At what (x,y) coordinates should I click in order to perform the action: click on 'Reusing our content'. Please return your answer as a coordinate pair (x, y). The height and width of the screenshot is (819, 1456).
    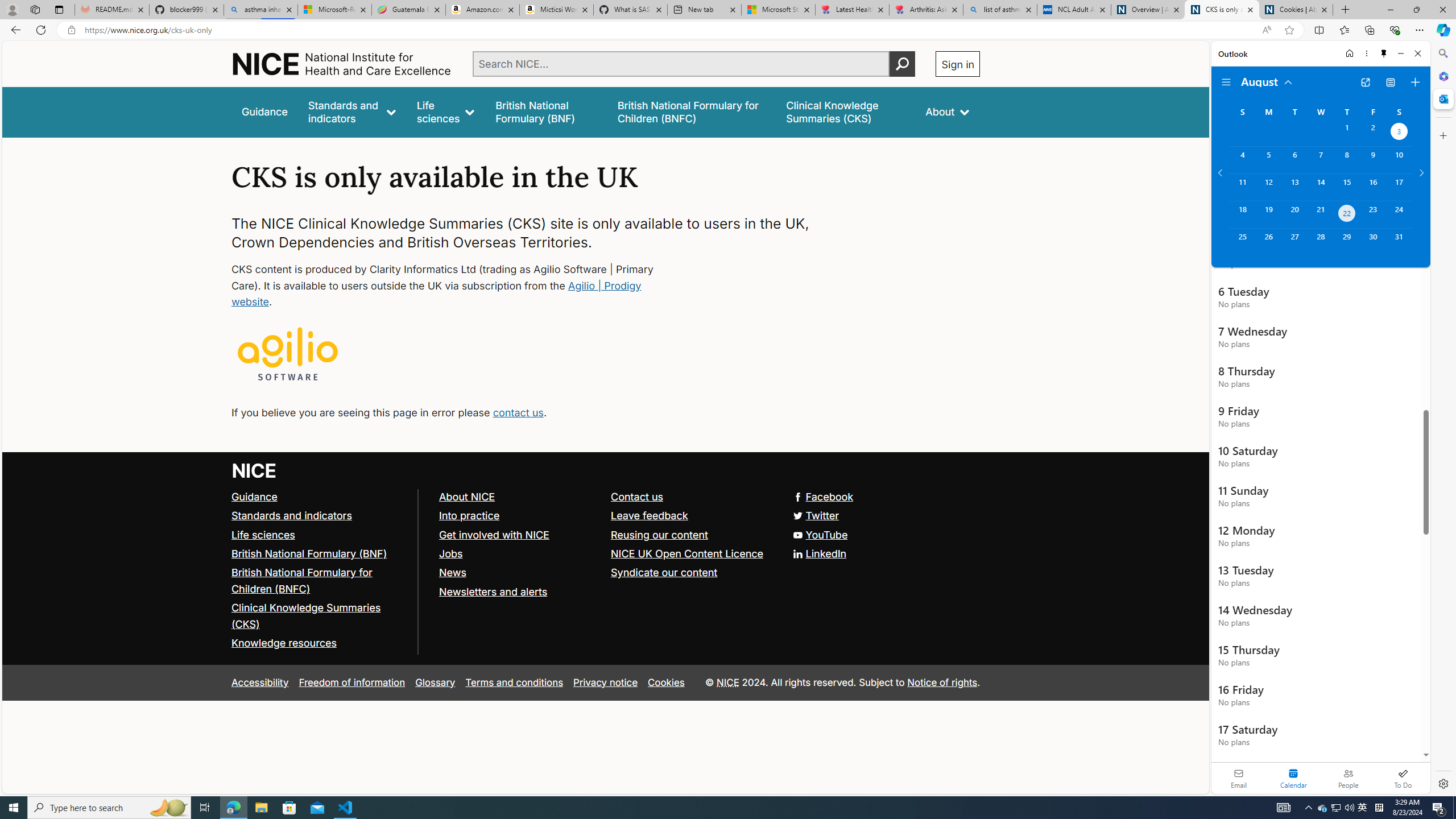
    Looking at the image, I should click on (659, 533).